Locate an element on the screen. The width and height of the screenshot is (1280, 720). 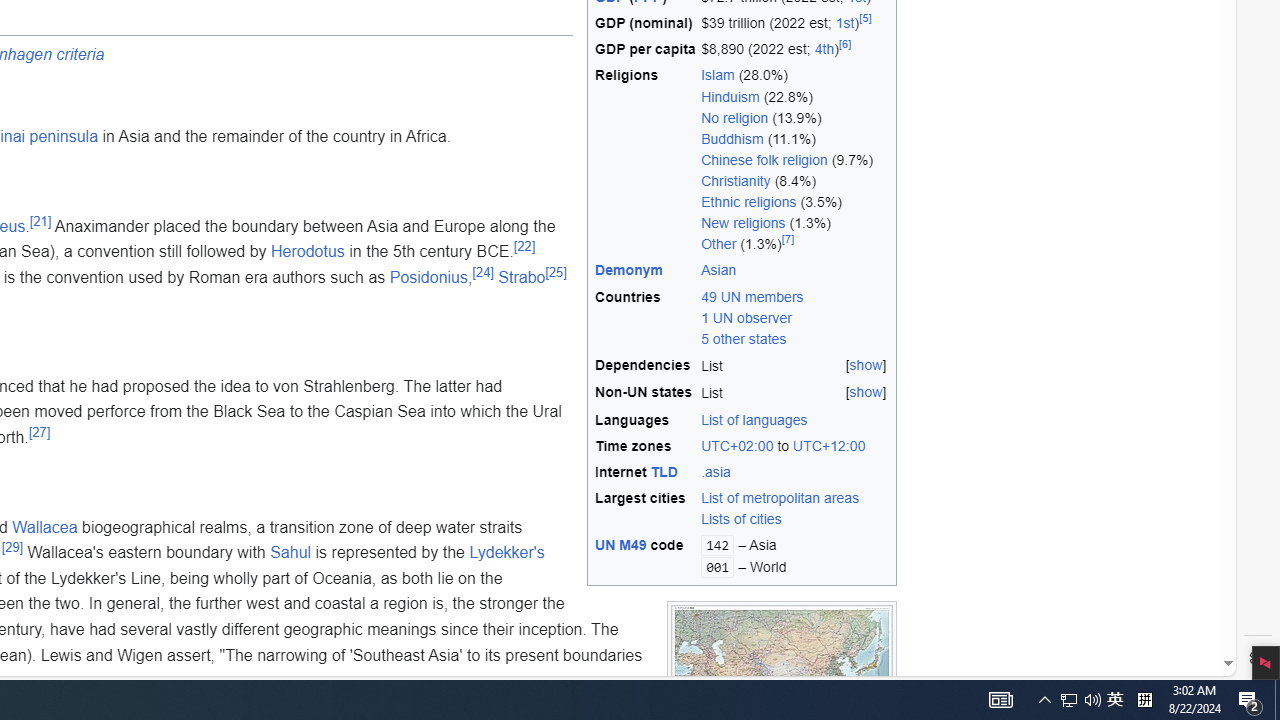
'GDP per capita' is located at coordinates (645, 49).